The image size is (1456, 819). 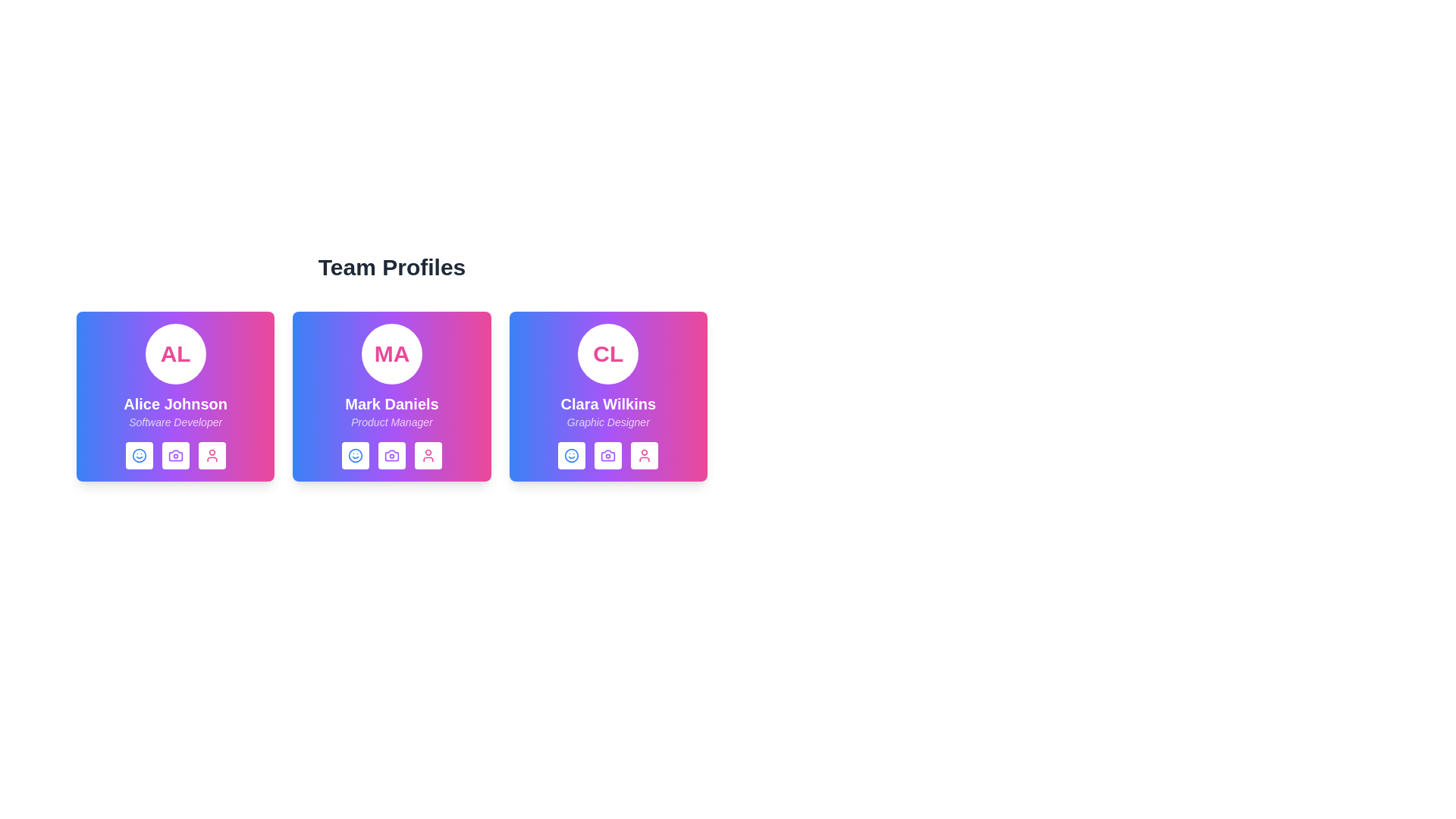 I want to click on the Icon Button with a camera icon, styled with a white background and purple text, located in the profile card of Clara Wilkins, so click(x=608, y=455).